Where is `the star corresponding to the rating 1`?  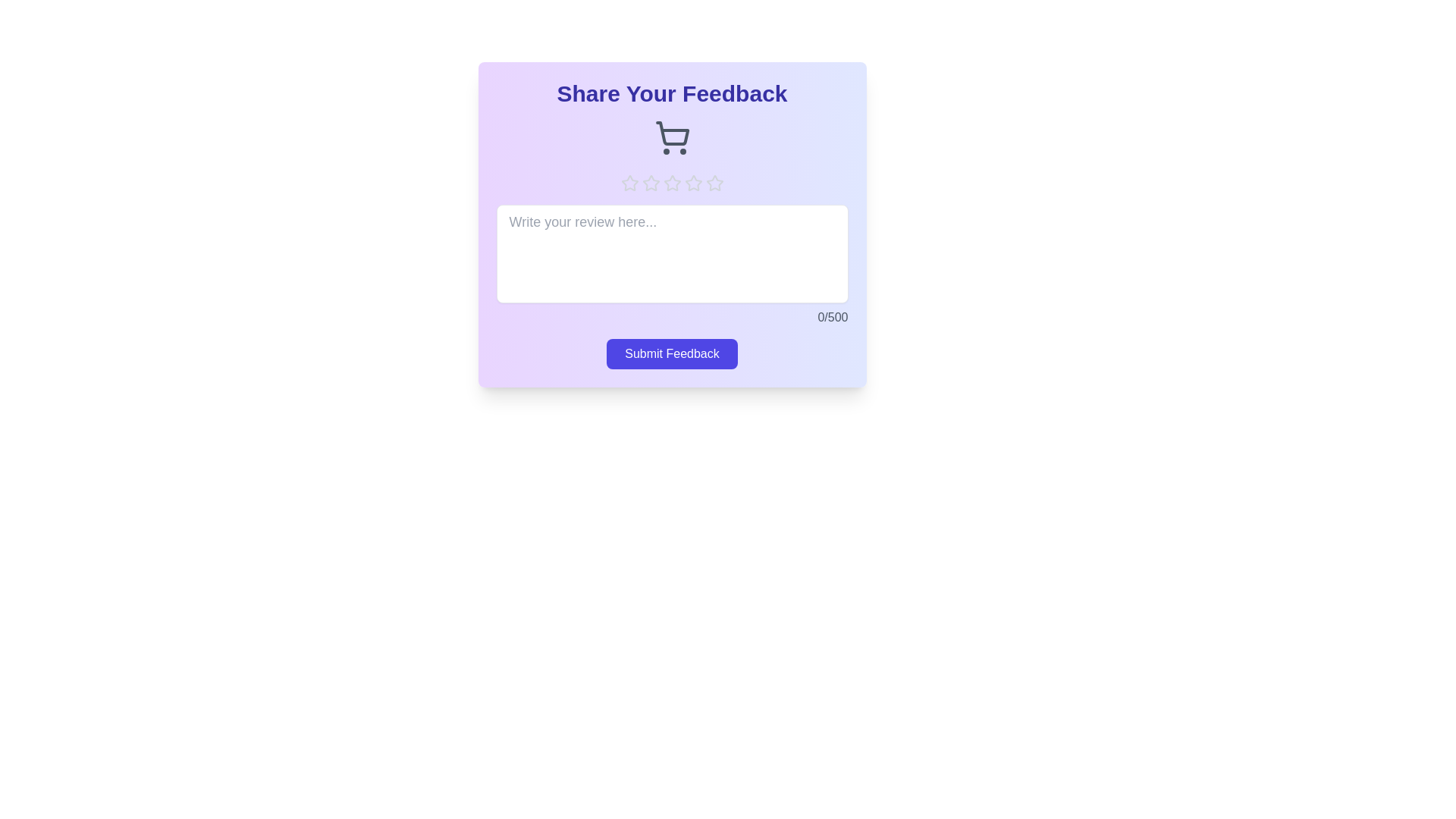 the star corresponding to the rating 1 is located at coordinates (629, 183).